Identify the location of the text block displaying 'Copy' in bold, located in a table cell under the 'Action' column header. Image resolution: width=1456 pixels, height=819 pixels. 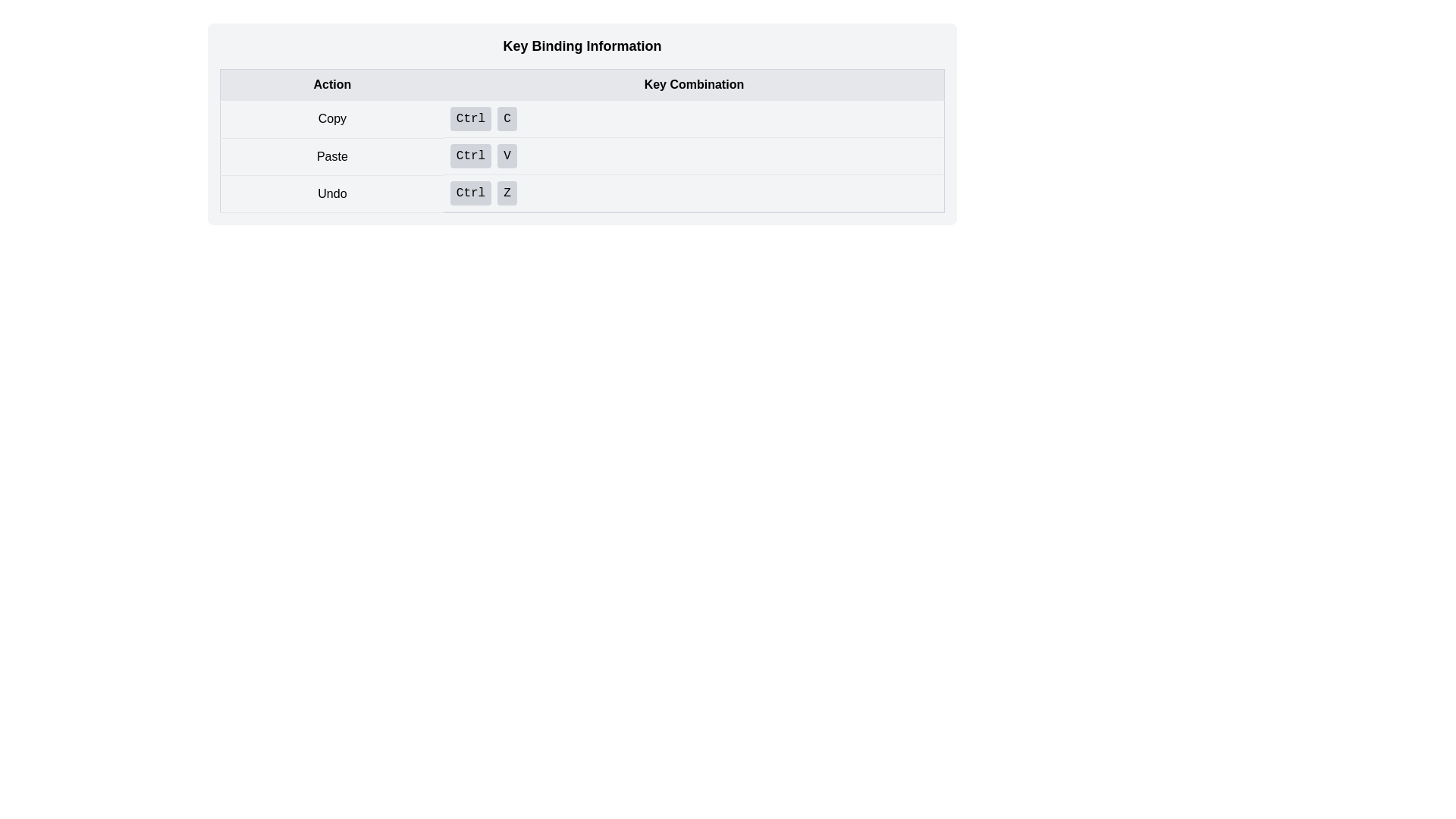
(331, 118).